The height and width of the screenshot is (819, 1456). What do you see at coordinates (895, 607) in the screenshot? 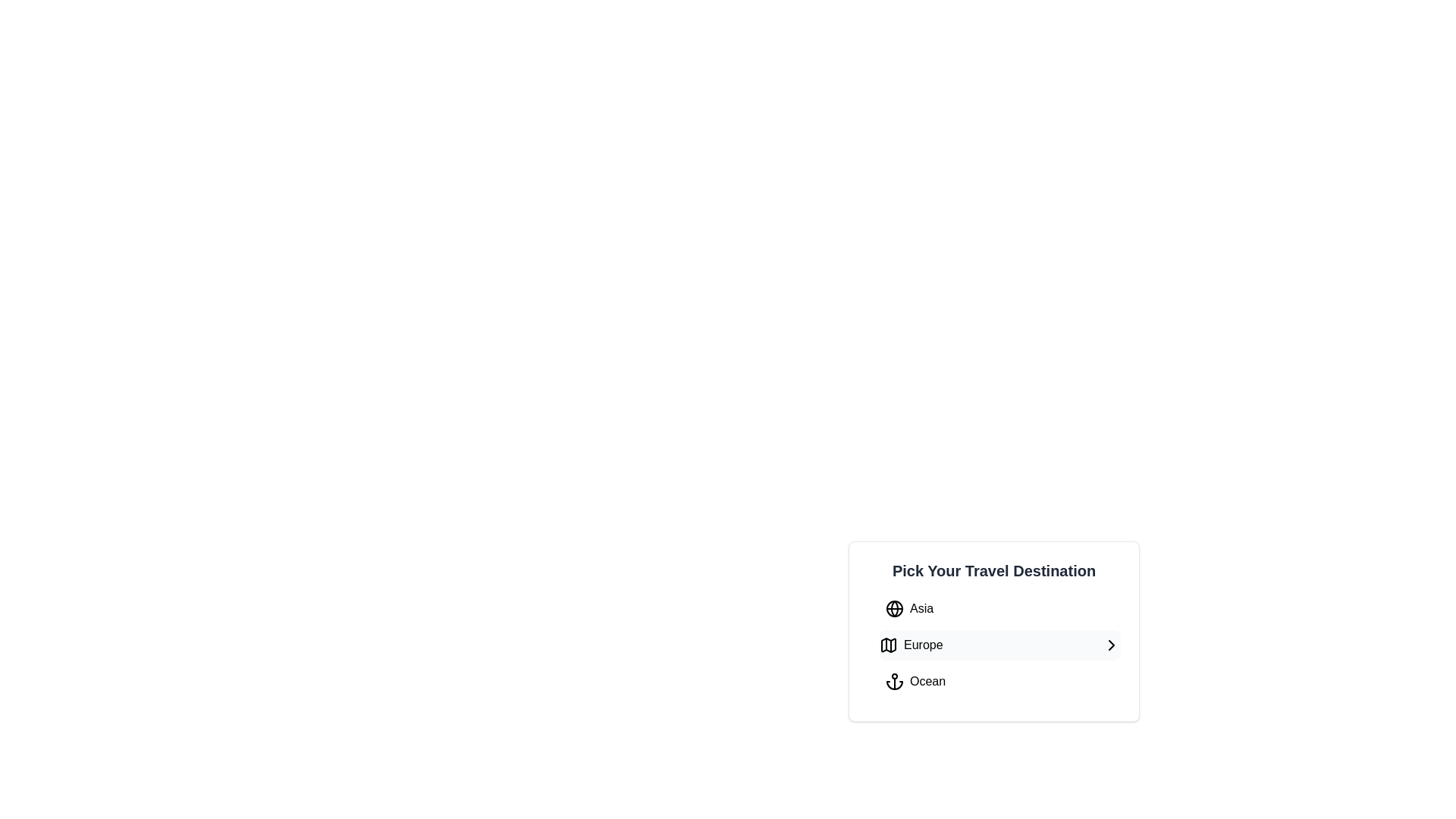
I see `the circular icon element representing a globe, located at the center of the globe icon next to the text 'Asia' in the travel destinations menu` at bounding box center [895, 607].